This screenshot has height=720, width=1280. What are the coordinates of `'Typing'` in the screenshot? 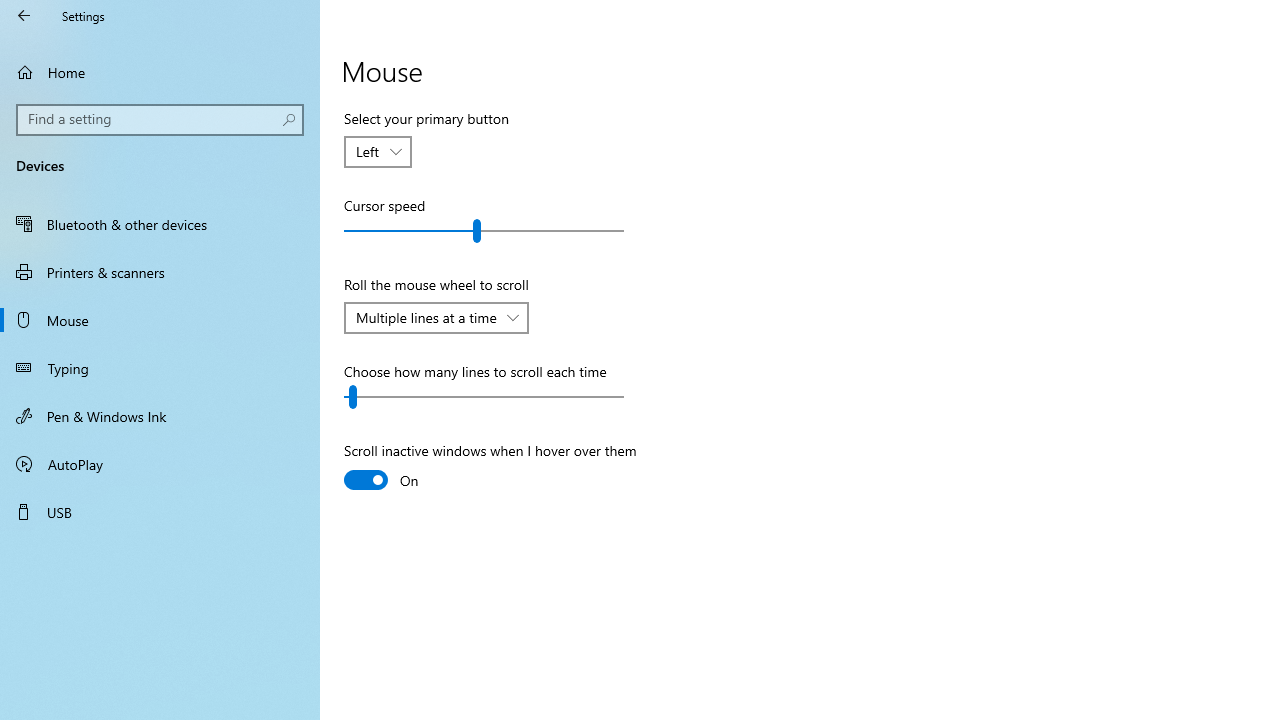 It's located at (160, 367).